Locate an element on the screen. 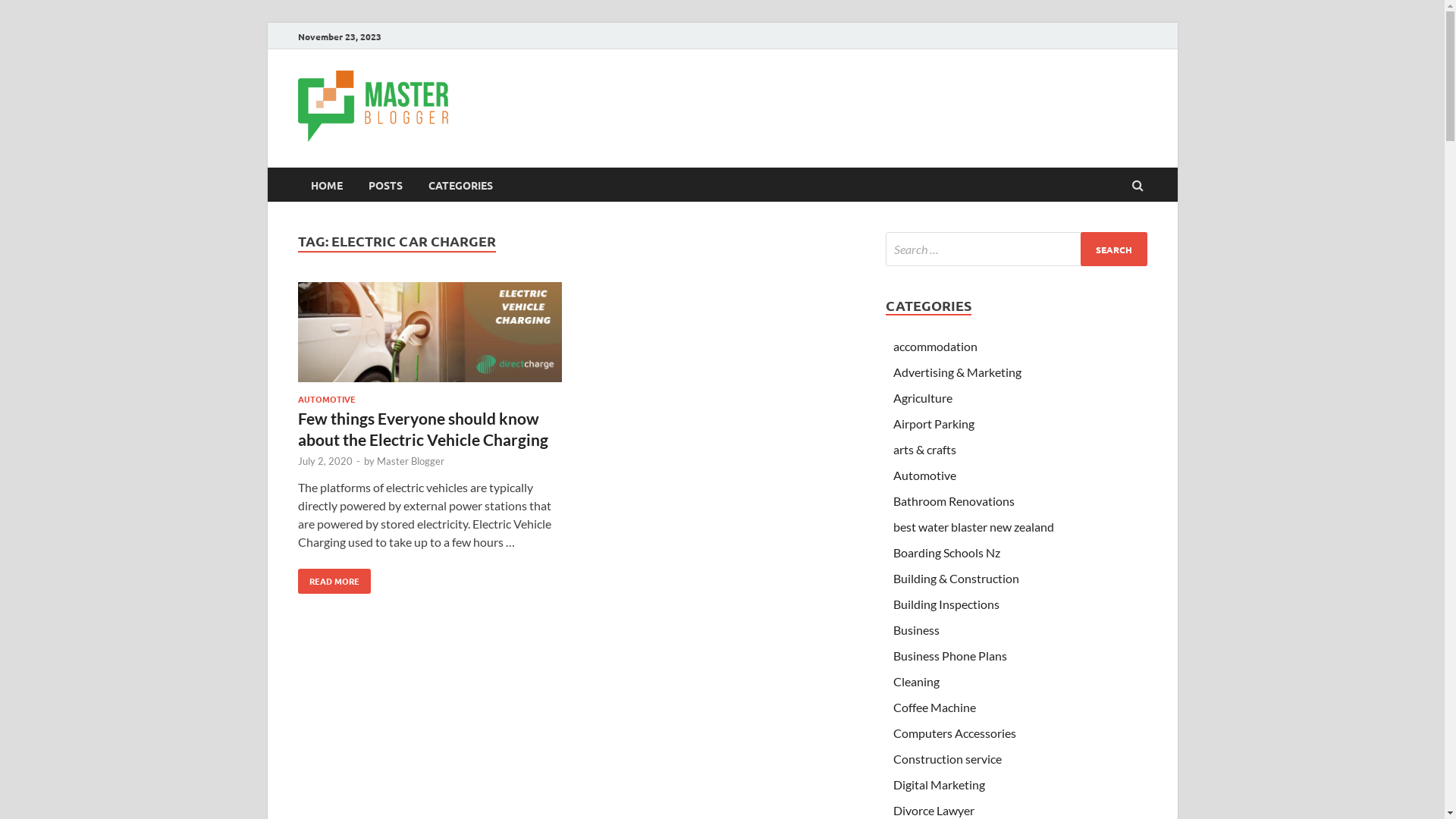 The image size is (1456, 819). 'HOME' is located at coordinates (297, 184).